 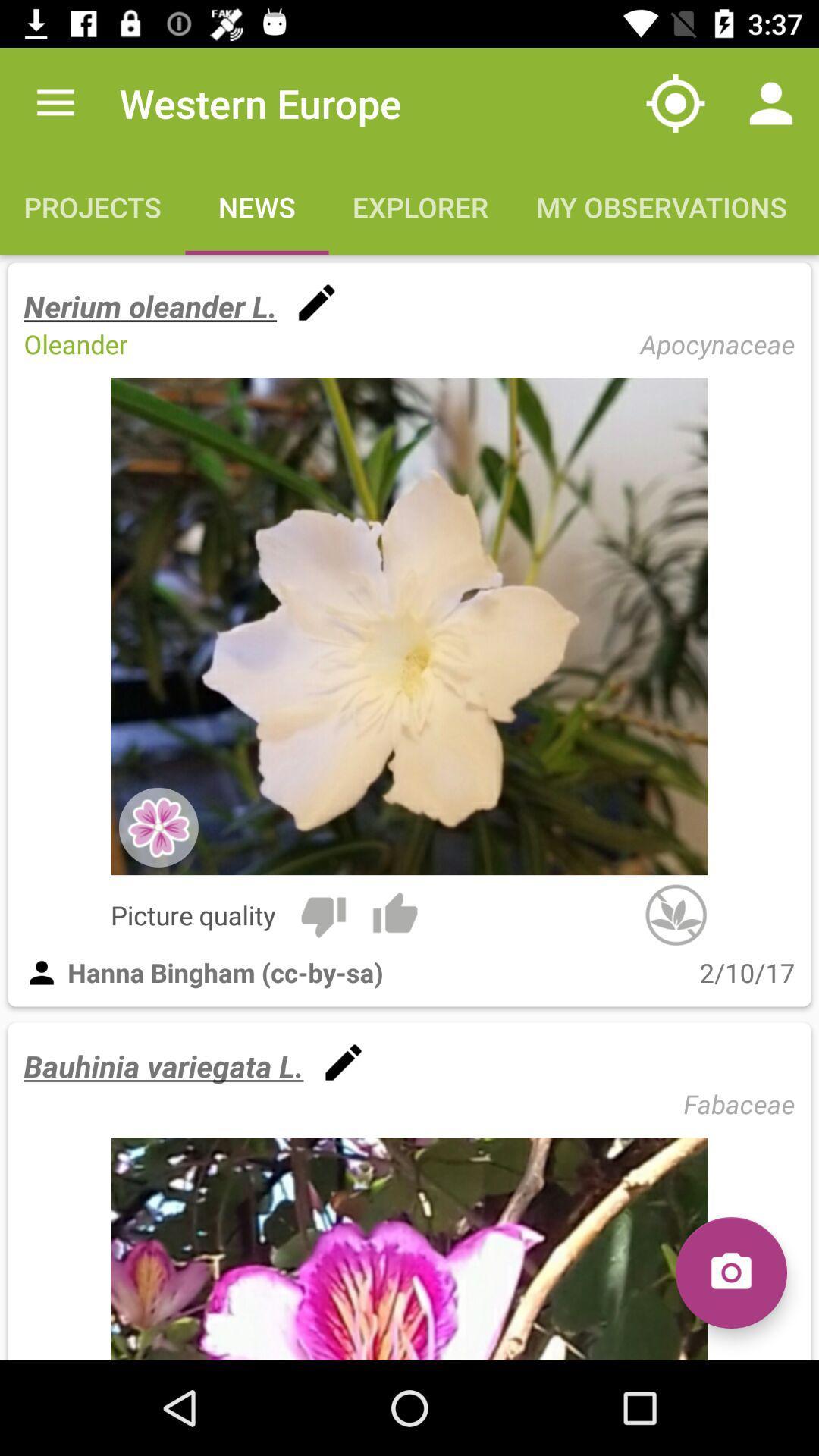 I want to click on item above the oleander item, so click(x=150, y=305).